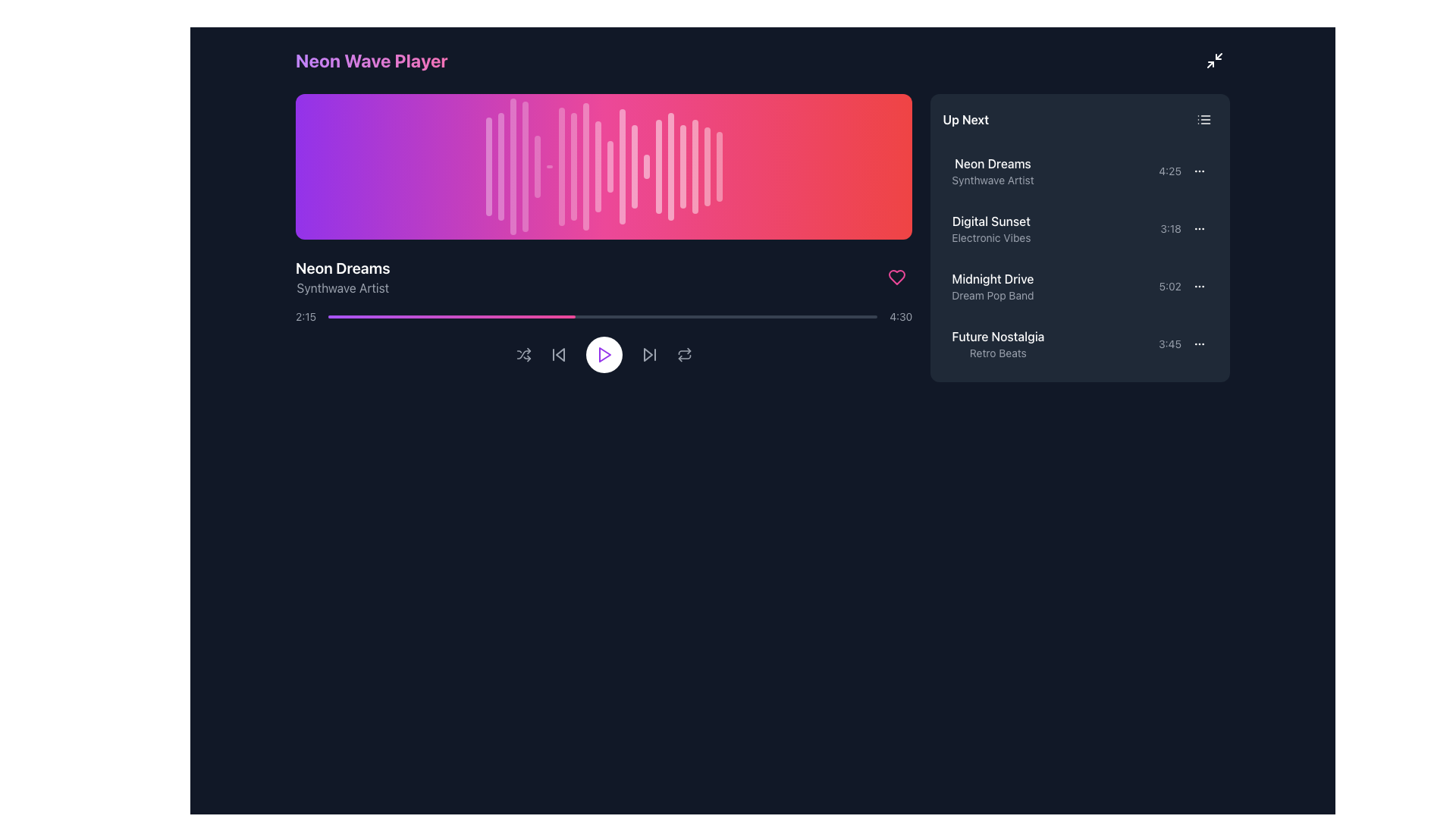 The image size is (1456, 819). What do you see at coordinates (1183, 171) in the screenshot?
I see `the text label displaying the time '4:25' in light gray font, located next to the options menu on the right side of the 'Neon Dreams' list item in the 'Up Next' section` at bounding box center [1183, 171].